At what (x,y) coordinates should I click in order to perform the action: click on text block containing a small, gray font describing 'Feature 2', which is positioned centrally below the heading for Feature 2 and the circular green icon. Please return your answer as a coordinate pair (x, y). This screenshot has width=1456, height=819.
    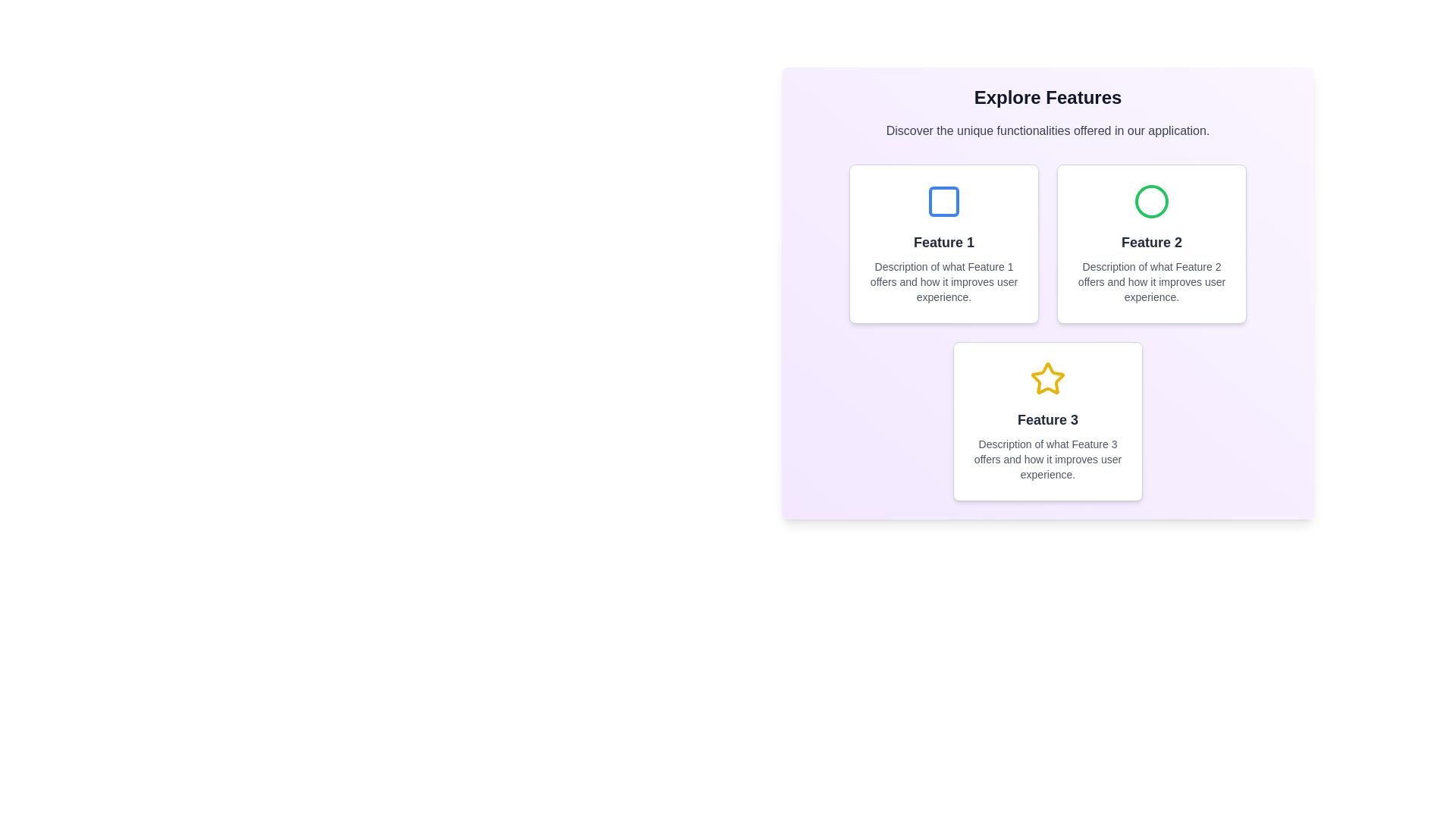
    Looking at the image, I should click on (1151, 281).